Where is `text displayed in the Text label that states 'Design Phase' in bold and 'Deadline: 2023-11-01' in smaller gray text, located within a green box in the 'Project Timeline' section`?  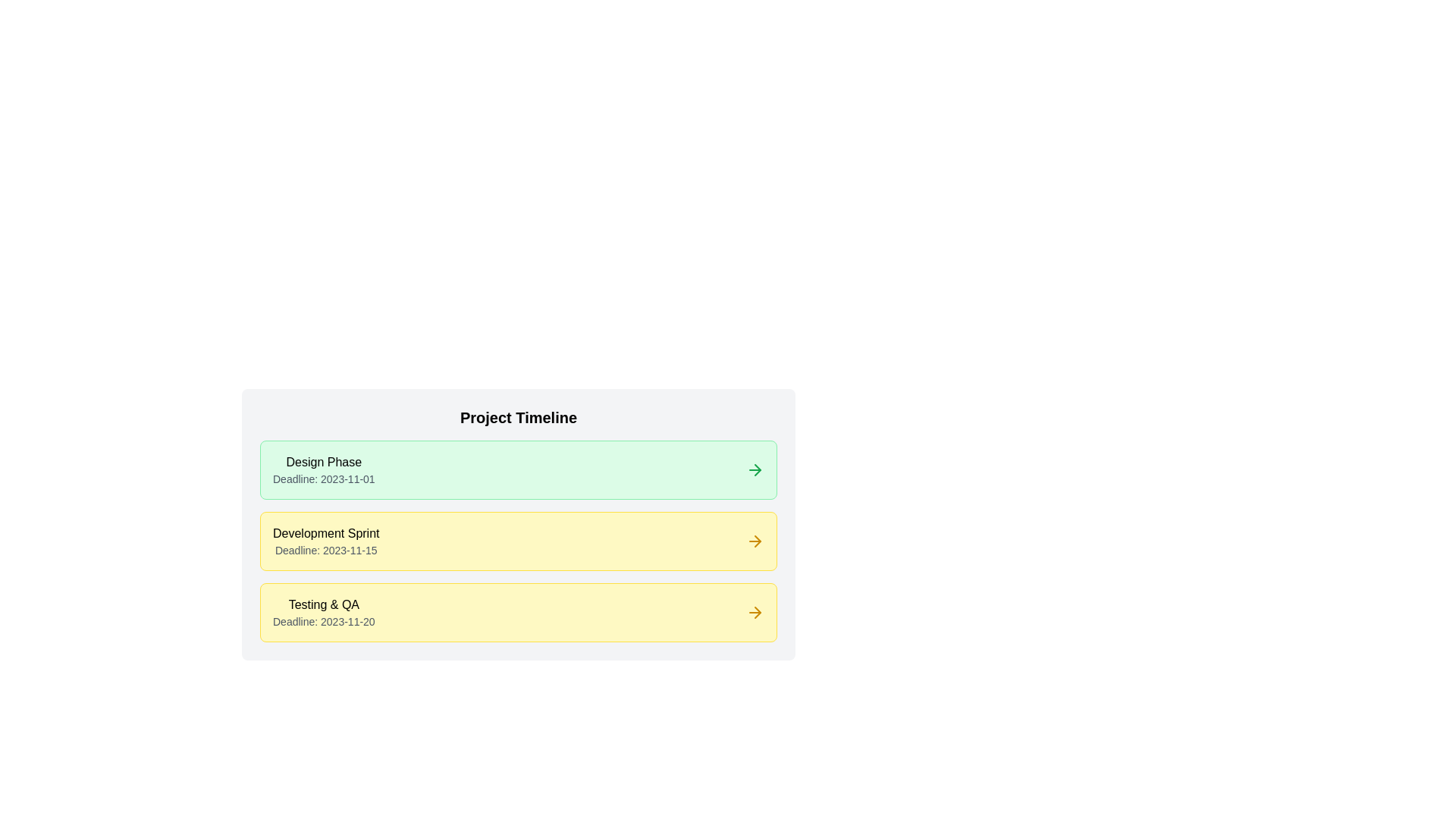
text displayed in the Text label that states 'Design Phase' in bold and 'Deadline: 2023-11-01' in smaller gray text, located within a green box in the 'Project Timeline' section is located at coordinates (323, 469).